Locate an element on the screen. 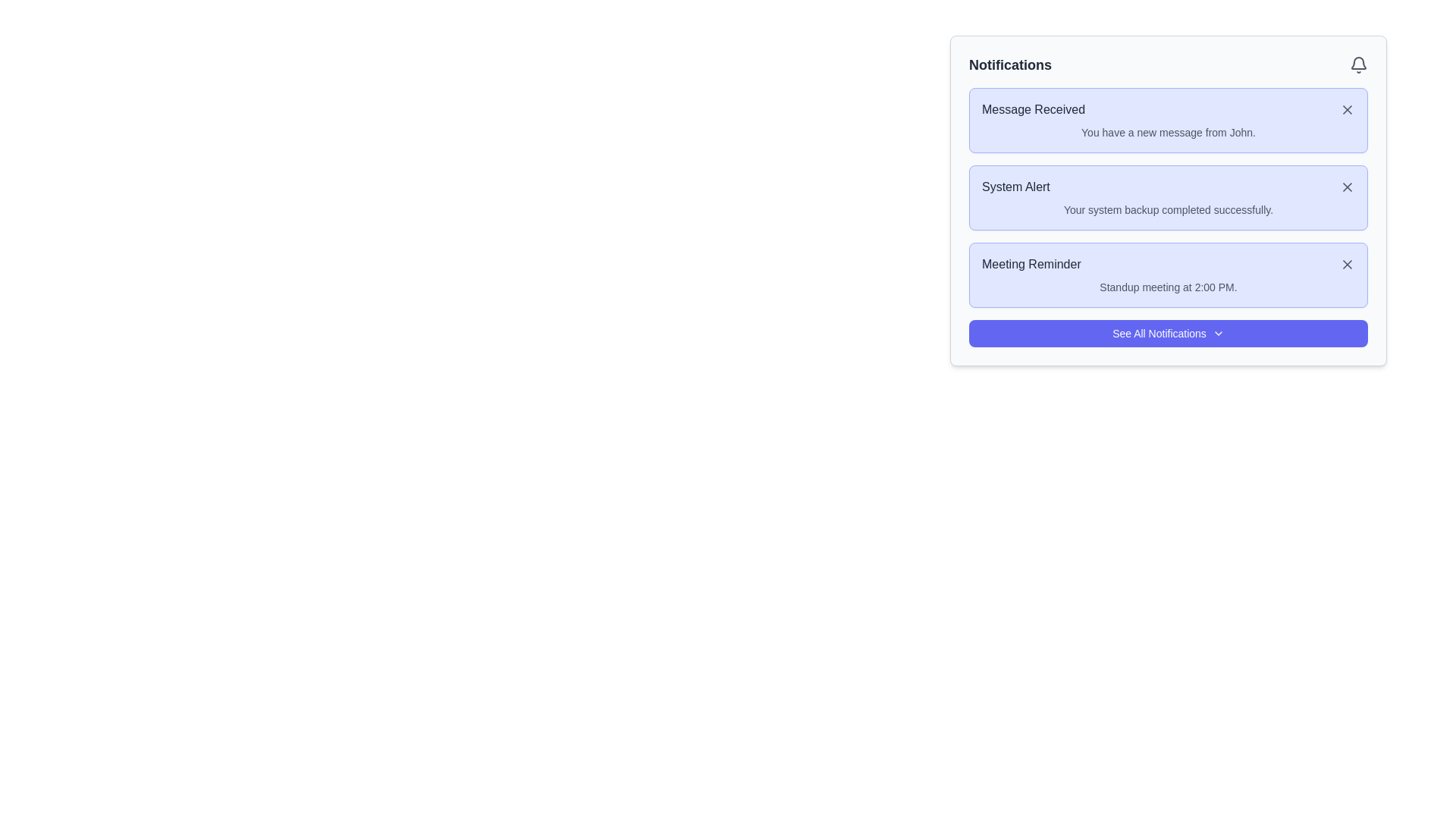  notification message displayed on the third Notification card, which informs about a scheduled meeting event ('Standup meeting at 2:00 PM.') located in the Notifications panel is located at coordinates (1167, 275).